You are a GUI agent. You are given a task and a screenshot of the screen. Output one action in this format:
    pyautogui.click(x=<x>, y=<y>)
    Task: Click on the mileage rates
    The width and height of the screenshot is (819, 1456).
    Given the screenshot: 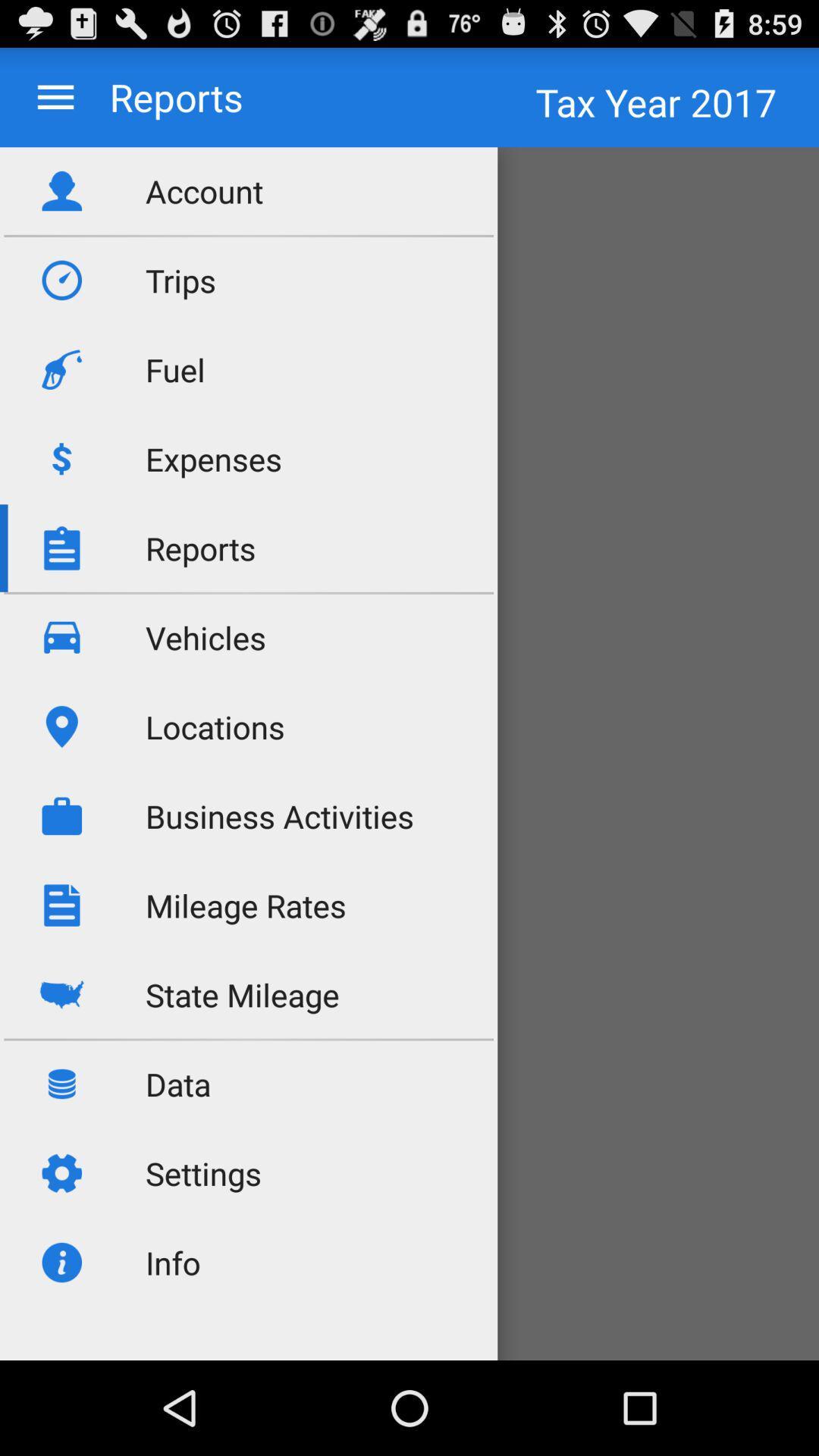 What is the action you would take?
    pyautogui.click(x=245, y=905)
    